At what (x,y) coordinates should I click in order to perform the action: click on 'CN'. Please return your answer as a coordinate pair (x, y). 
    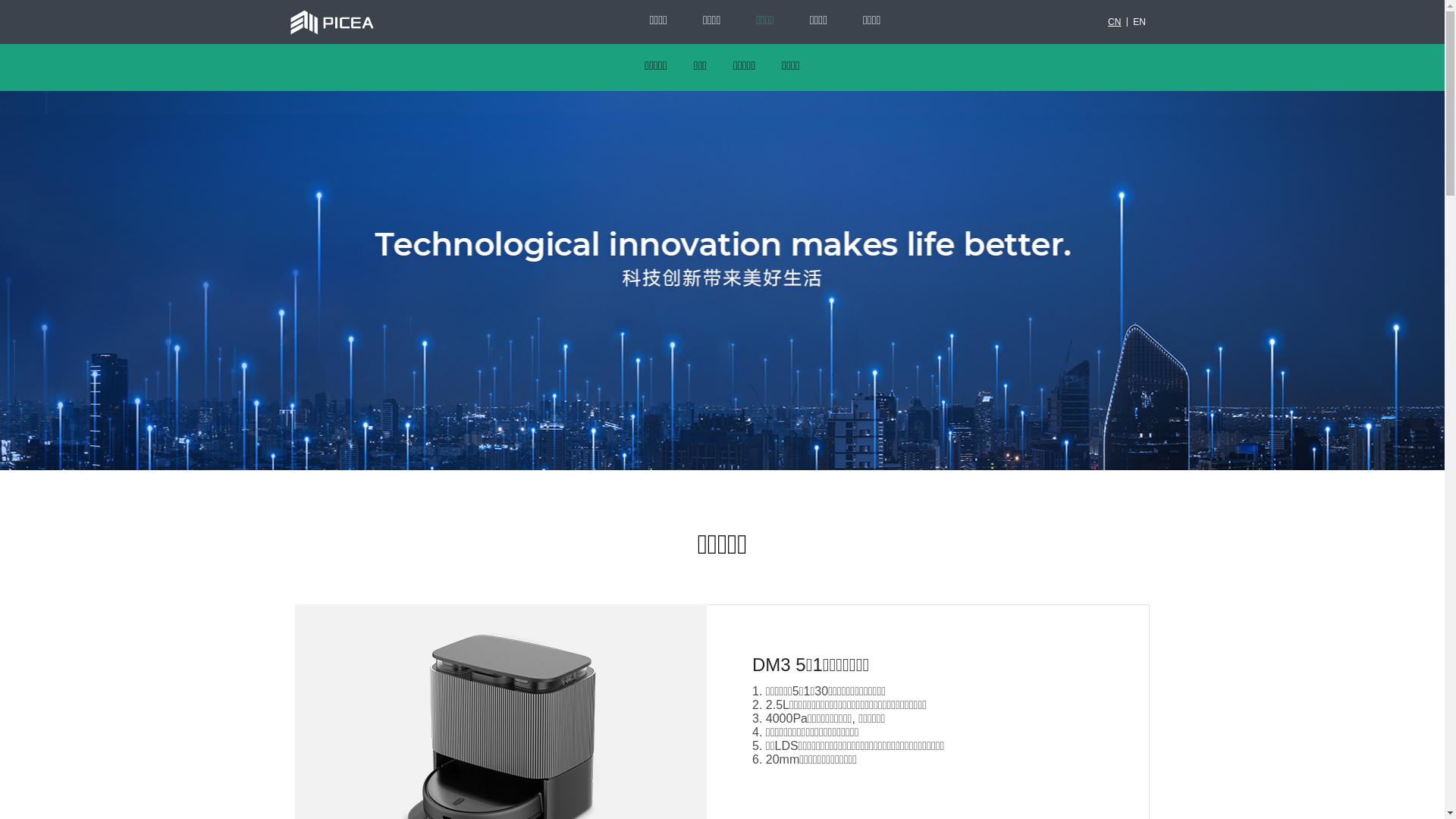
    Looking at the image, I should click on (1114, 22).